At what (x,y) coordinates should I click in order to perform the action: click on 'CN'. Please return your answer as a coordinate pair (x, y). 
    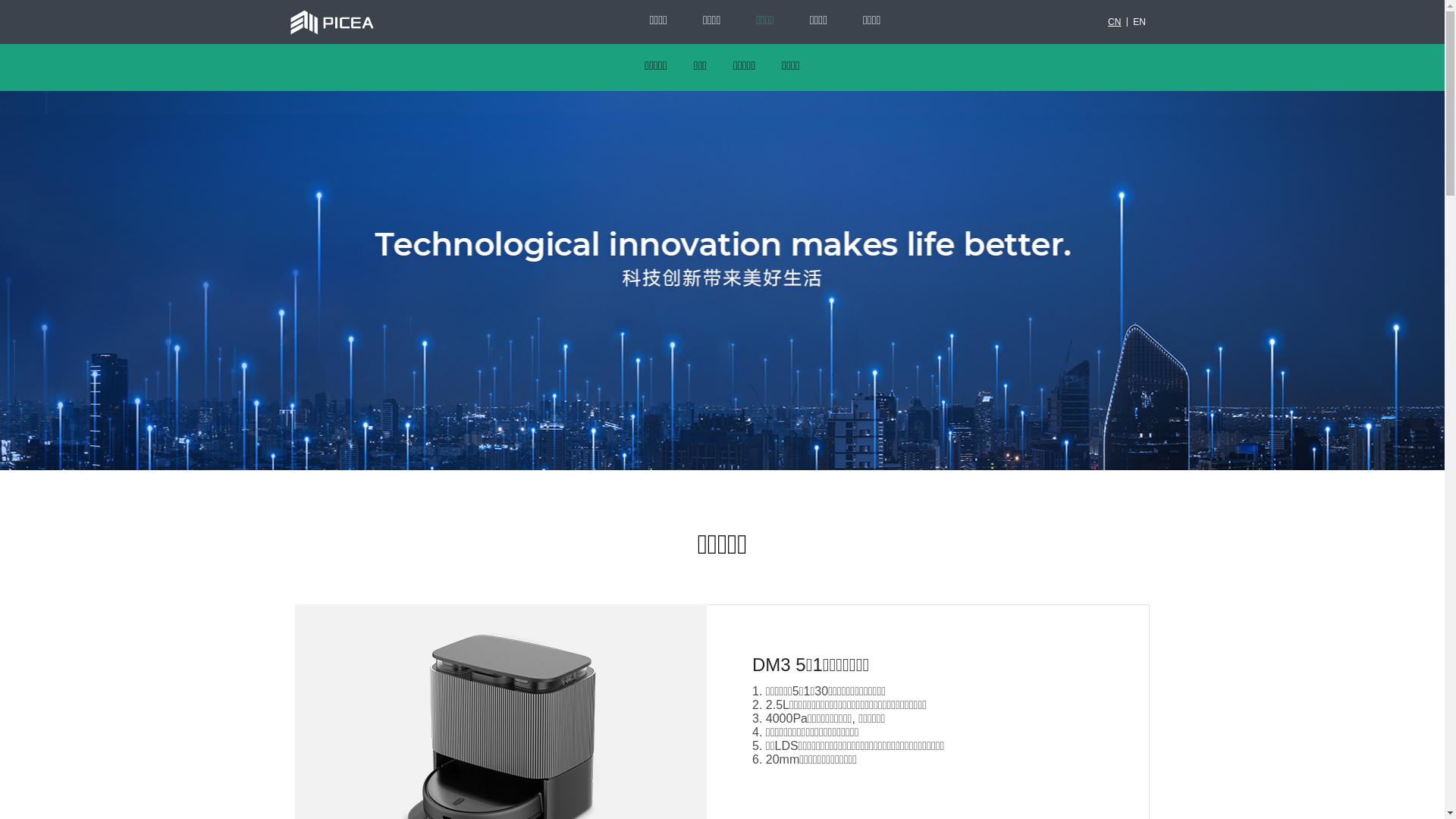
    Looking at the image, I should click on (1114, 22).